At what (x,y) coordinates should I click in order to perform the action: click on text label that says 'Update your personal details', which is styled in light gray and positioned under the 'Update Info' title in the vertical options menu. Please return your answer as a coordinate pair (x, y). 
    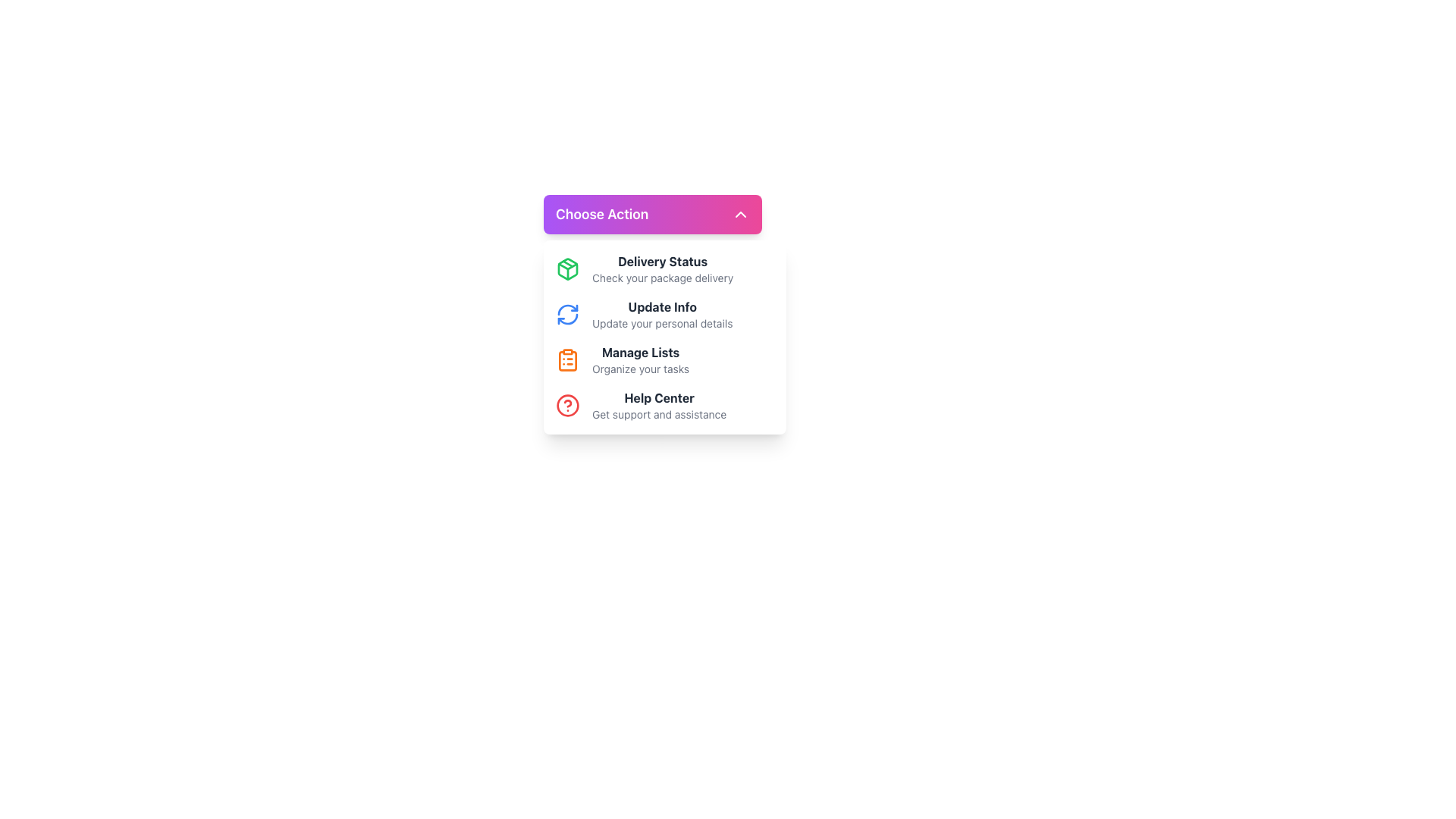
    Looking at the image, I should click on (662, 323).